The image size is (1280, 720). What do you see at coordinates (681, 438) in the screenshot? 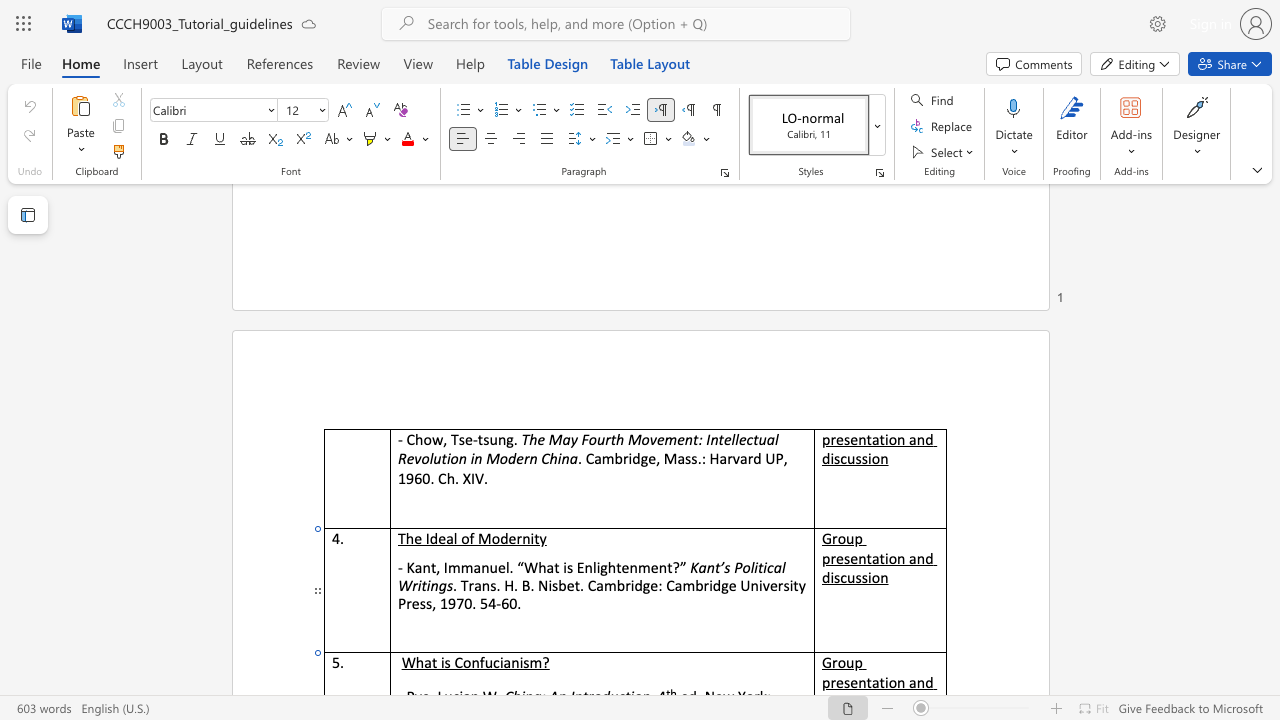
I see `the 3th character "e" in the text` at bounding box center [681, 438].